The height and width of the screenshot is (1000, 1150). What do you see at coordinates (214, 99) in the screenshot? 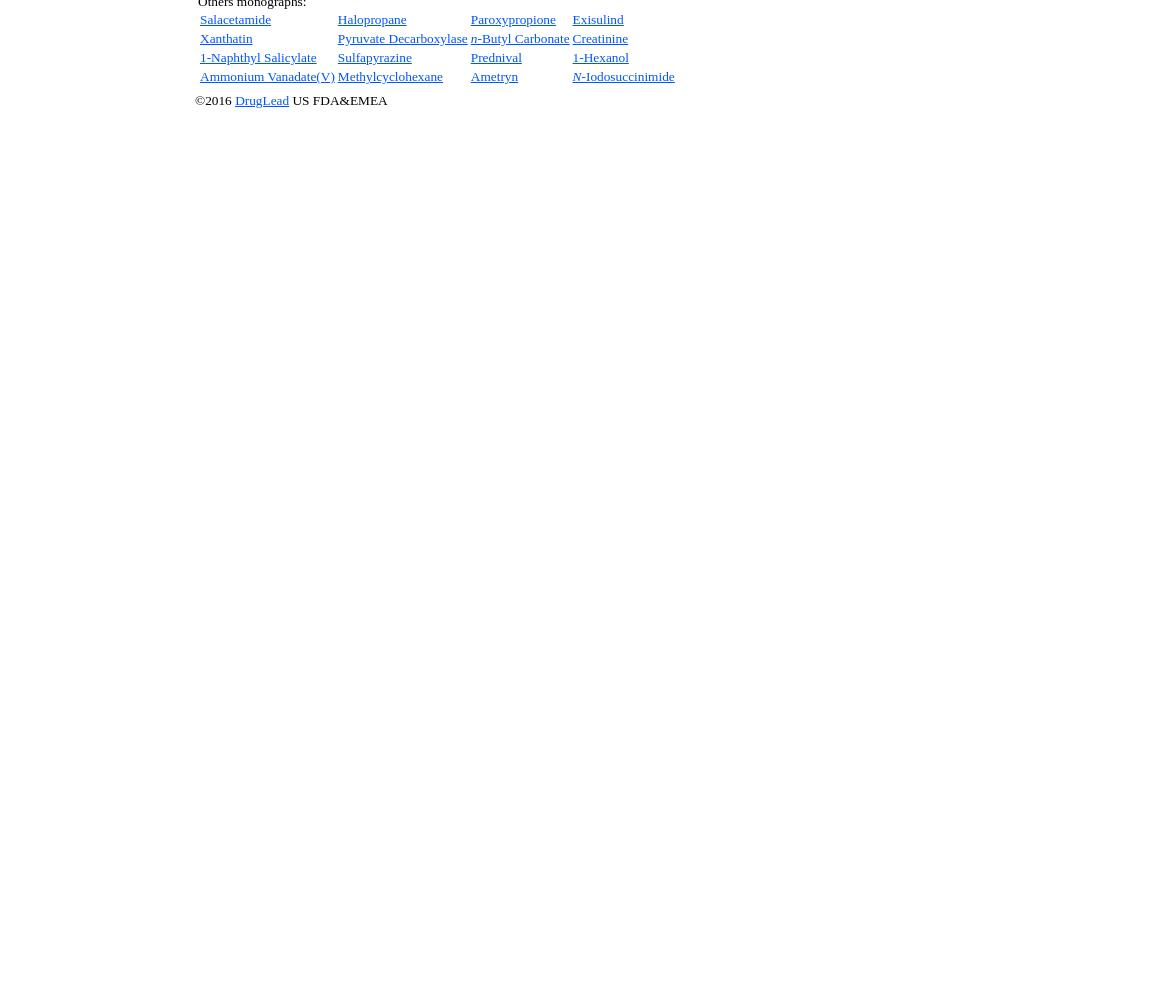
I see `'©2016'` at bounding box center [214, 99].